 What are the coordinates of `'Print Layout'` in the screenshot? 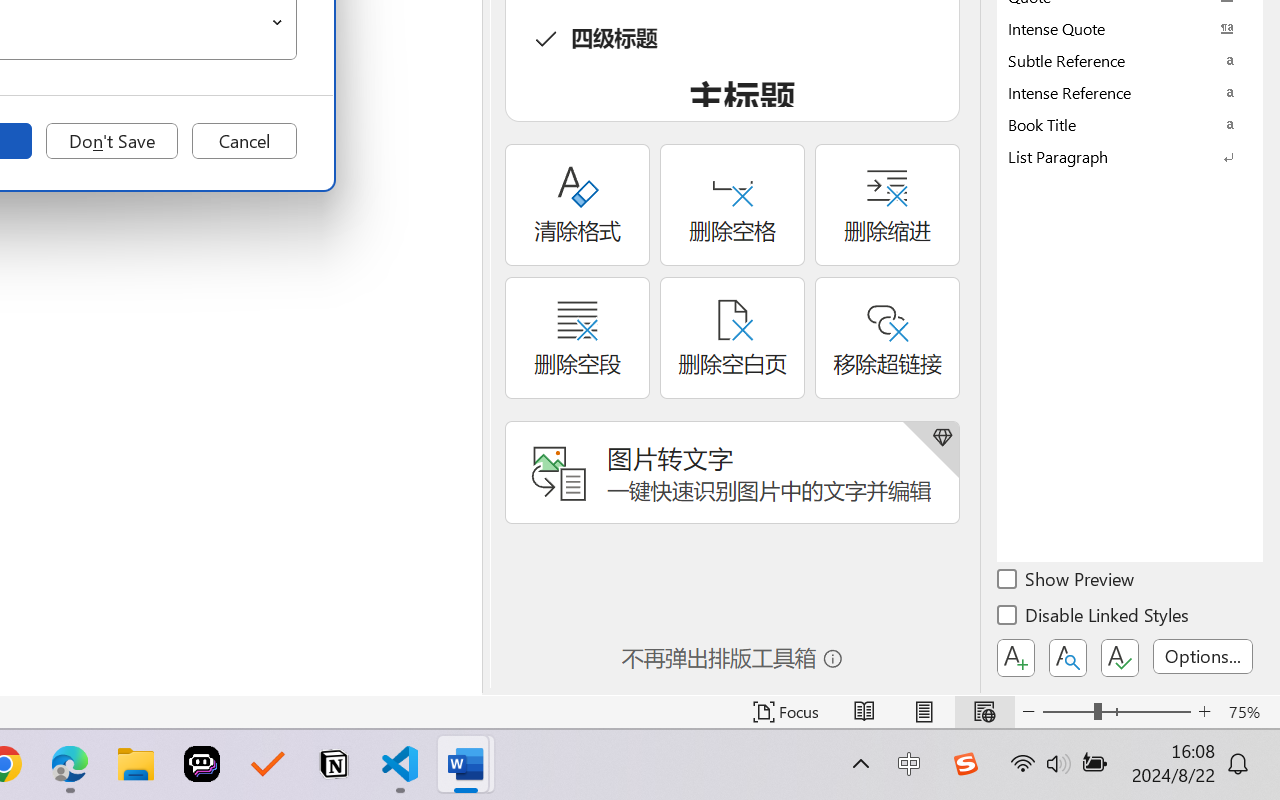 It's located at (923, 711).